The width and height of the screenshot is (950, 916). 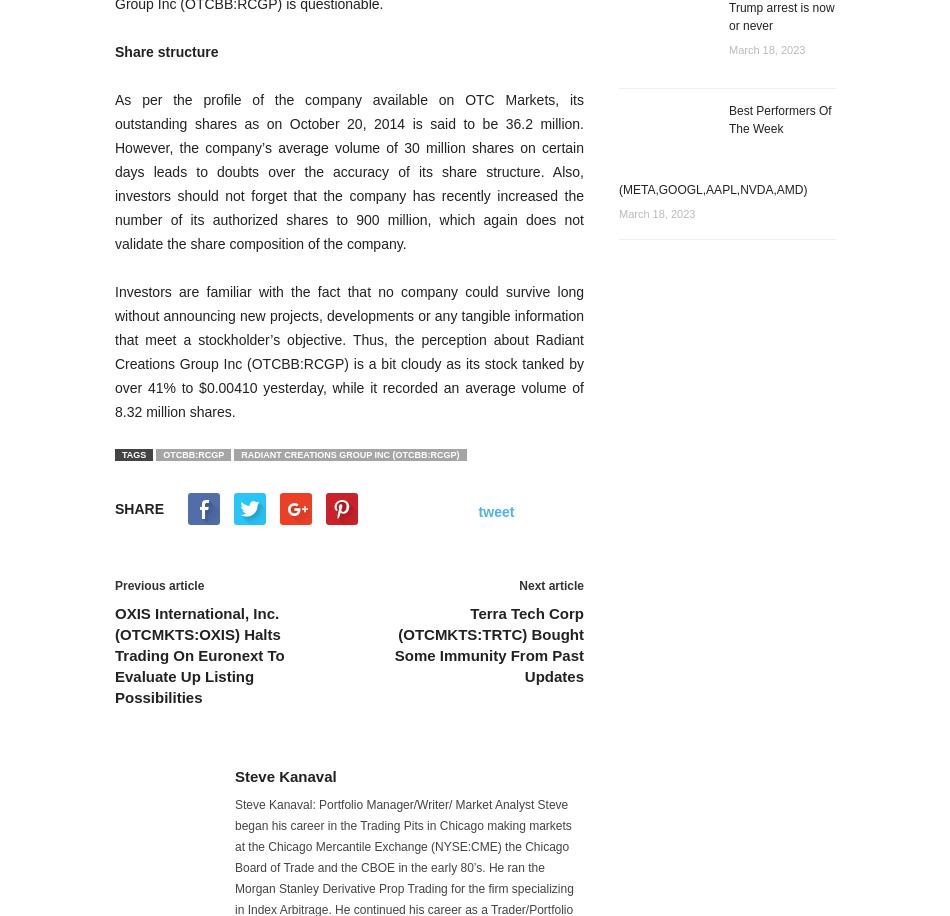 I want to click on 'OTCBB:RCGP', so click(x=193, y=453).